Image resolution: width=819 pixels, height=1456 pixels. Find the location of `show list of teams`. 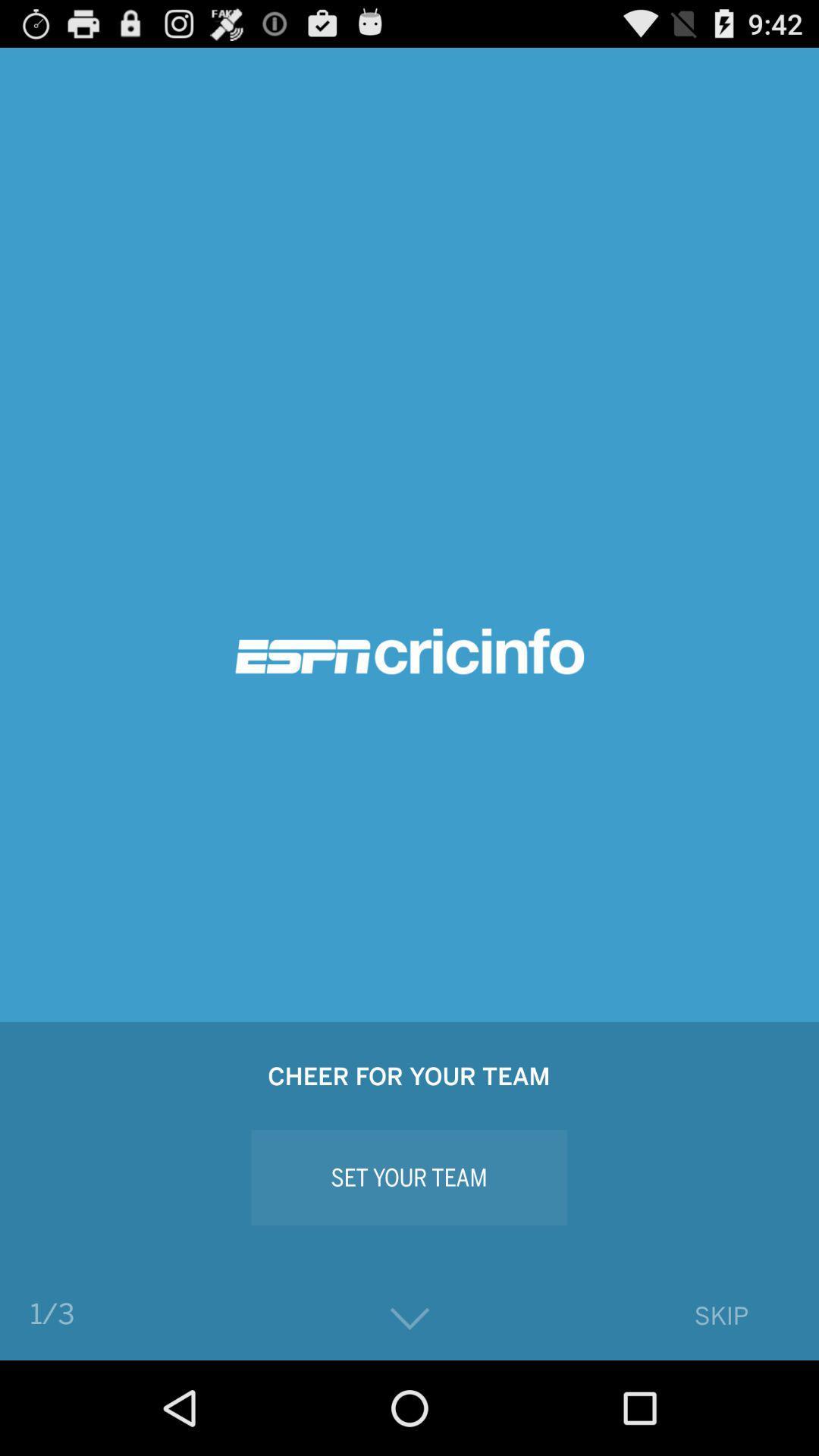

show list of teams is located at coordinates (409, 1318).